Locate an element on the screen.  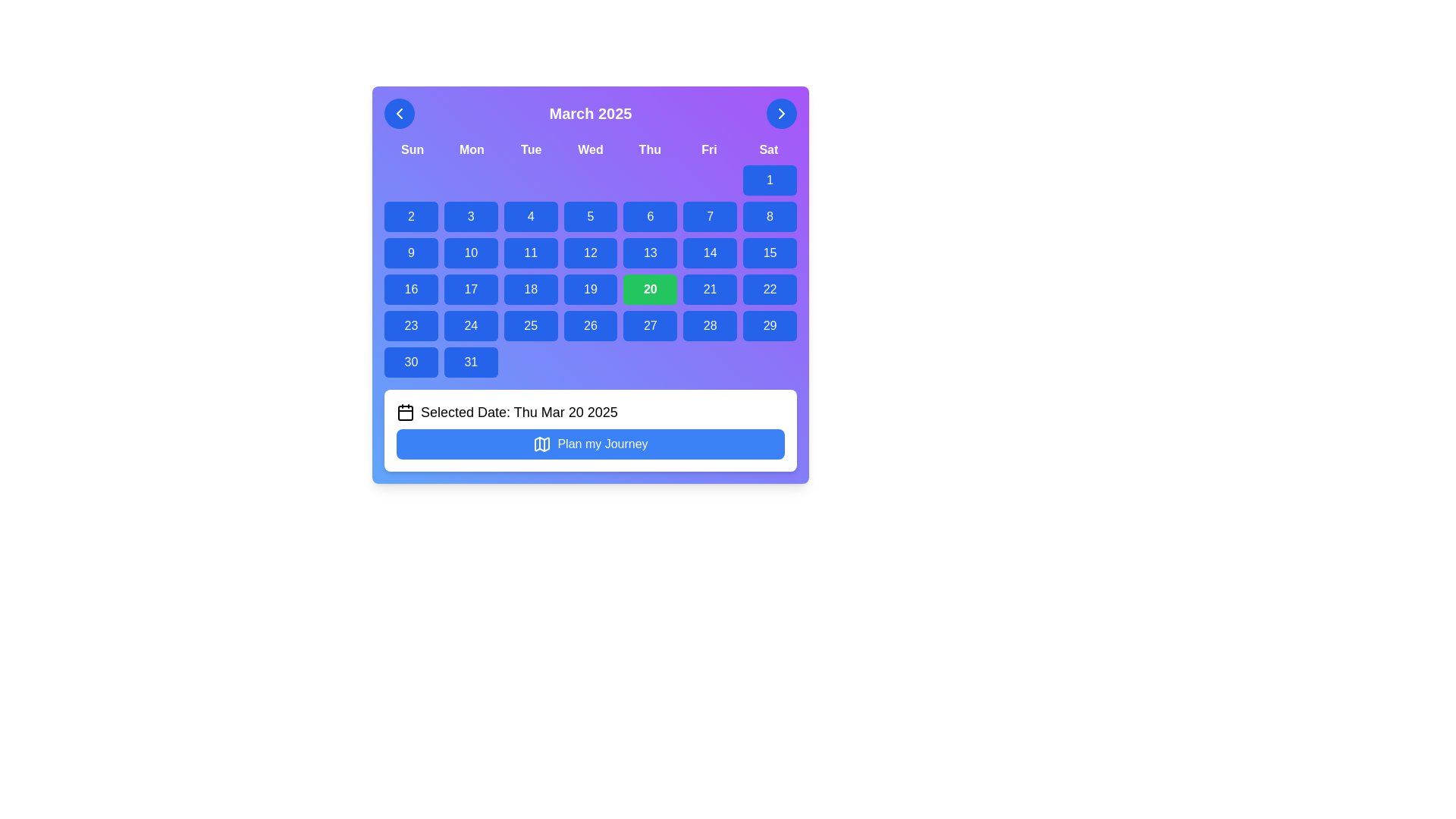
the rounded rectangular button displaying '17' in white on a blue background is located at coordinates (470, 289).